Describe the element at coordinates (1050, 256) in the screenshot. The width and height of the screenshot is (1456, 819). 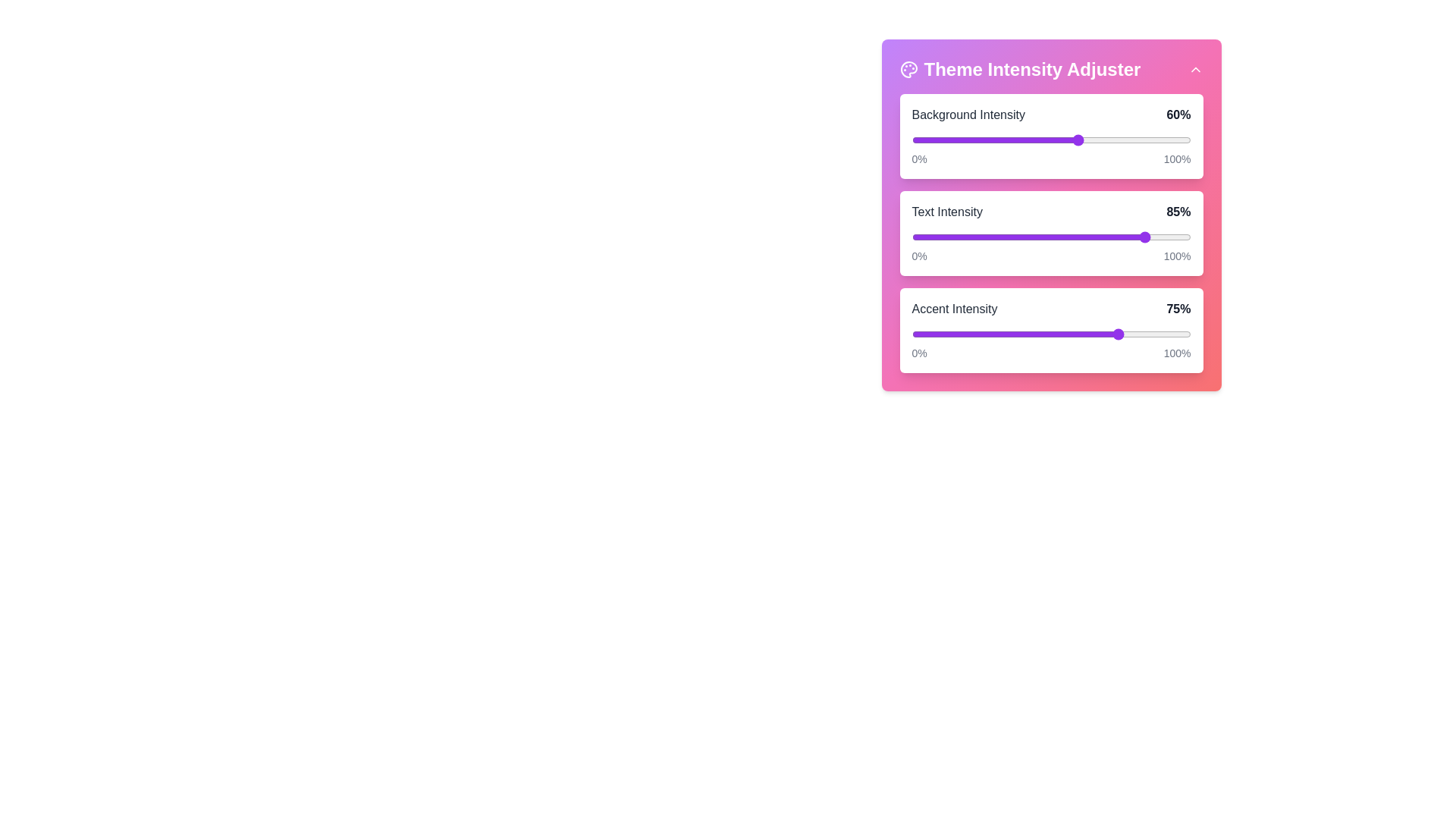
I see `the '0%' label indicating the minimum value of the 'Text Intensity' slider` at that location.